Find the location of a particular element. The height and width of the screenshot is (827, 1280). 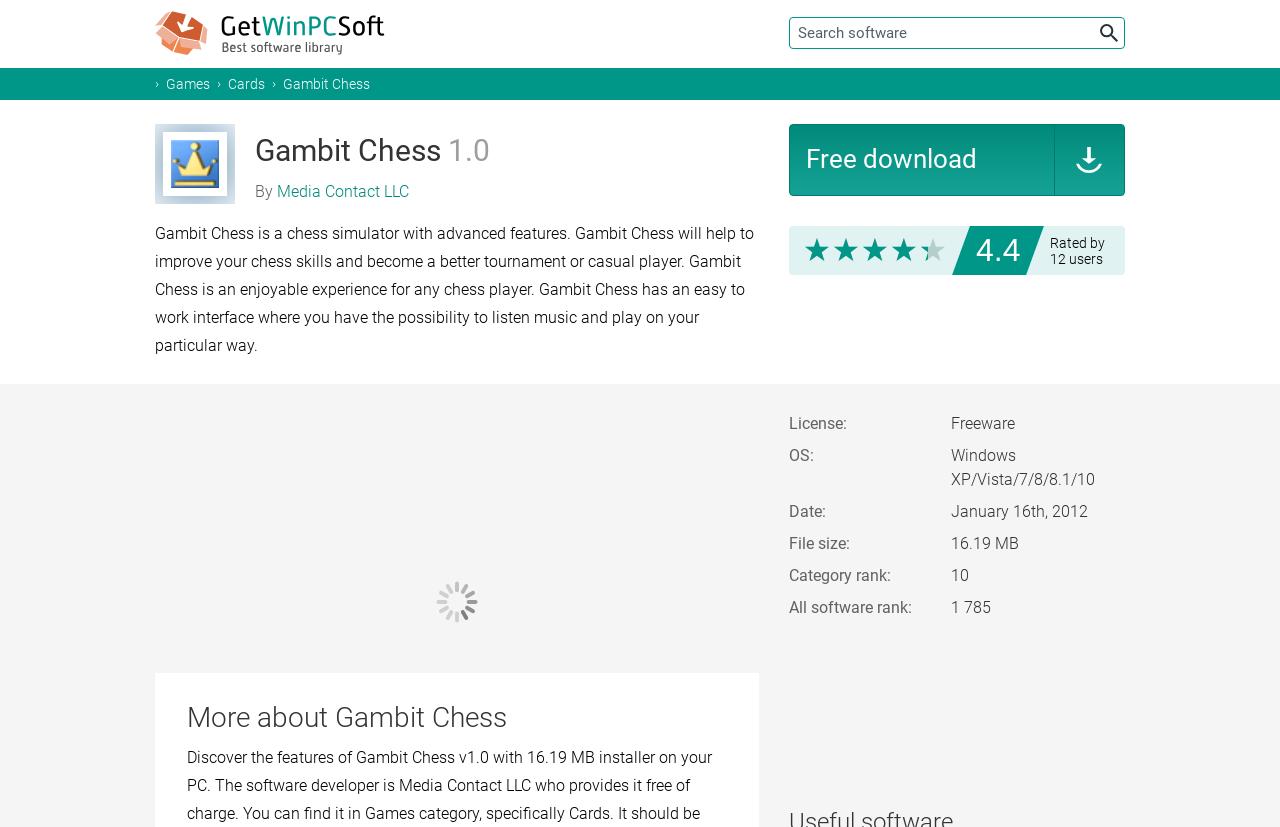

'Cards' is located at coordinates (227, 84).